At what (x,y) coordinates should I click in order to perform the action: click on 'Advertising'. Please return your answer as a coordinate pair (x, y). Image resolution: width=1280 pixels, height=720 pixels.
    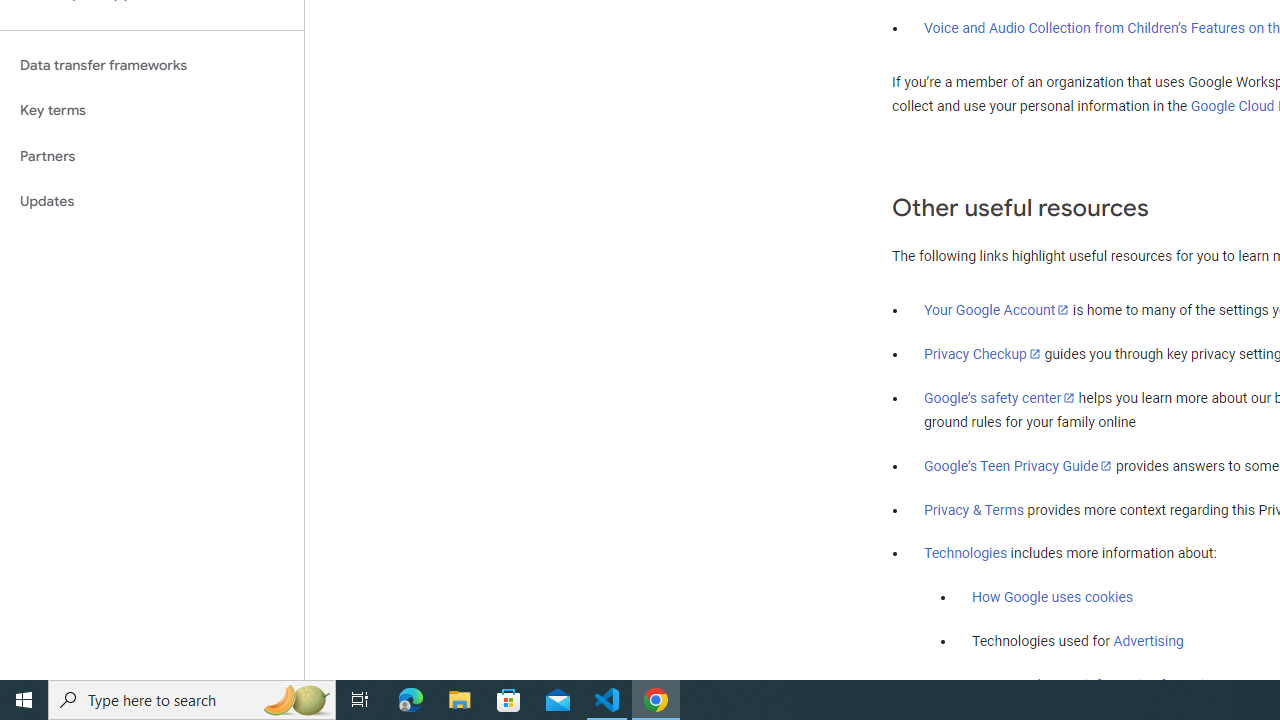
    Looking at the image, I should click on (1148, 641).